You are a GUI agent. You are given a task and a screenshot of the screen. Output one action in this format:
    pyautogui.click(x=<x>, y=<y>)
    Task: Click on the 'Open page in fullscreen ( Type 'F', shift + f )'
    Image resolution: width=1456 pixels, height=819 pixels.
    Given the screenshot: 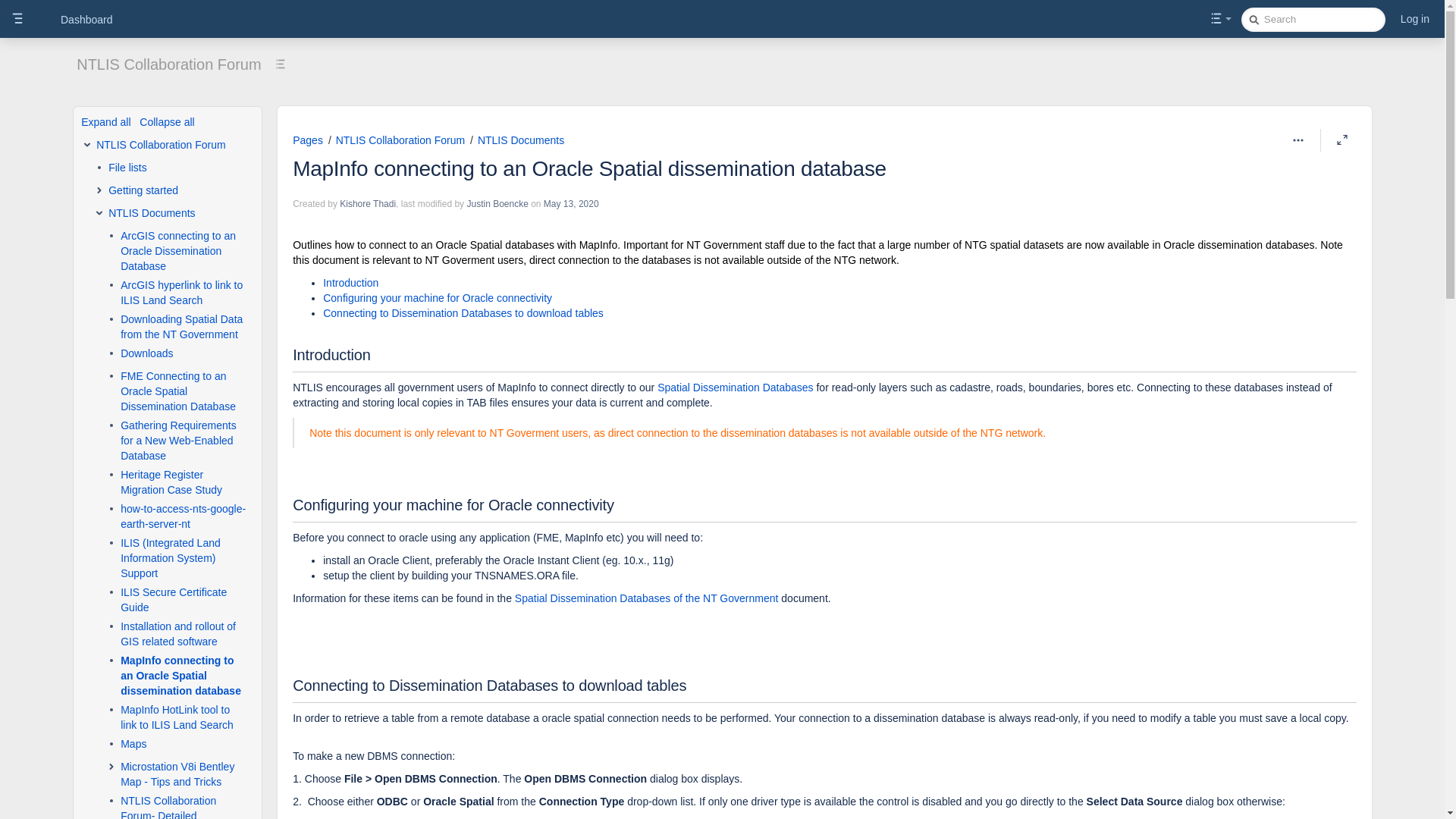 What is the action you would take?
    pyautogui.click(x=1342, y=140)
    